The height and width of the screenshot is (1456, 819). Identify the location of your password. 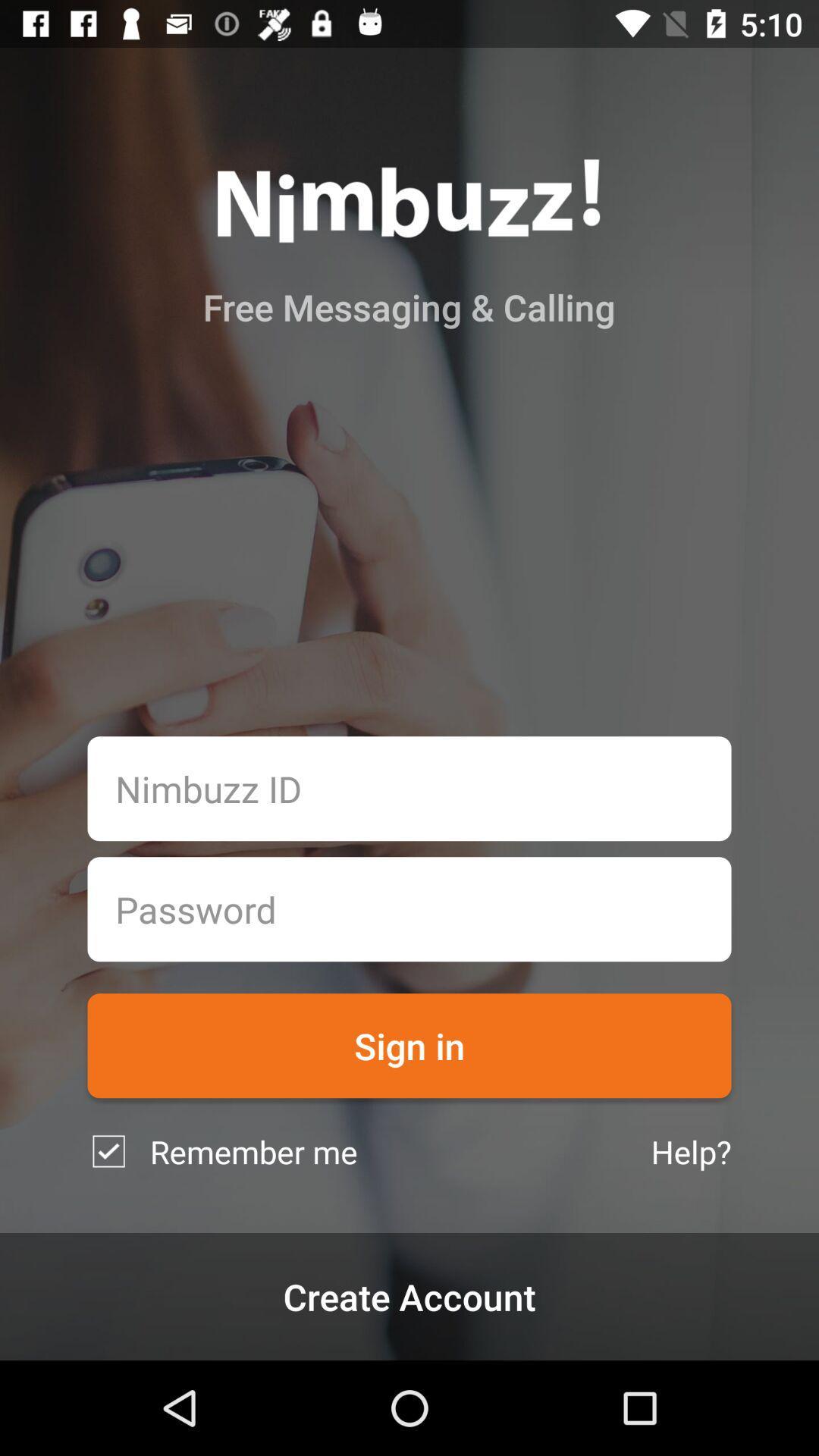
(409, 909).